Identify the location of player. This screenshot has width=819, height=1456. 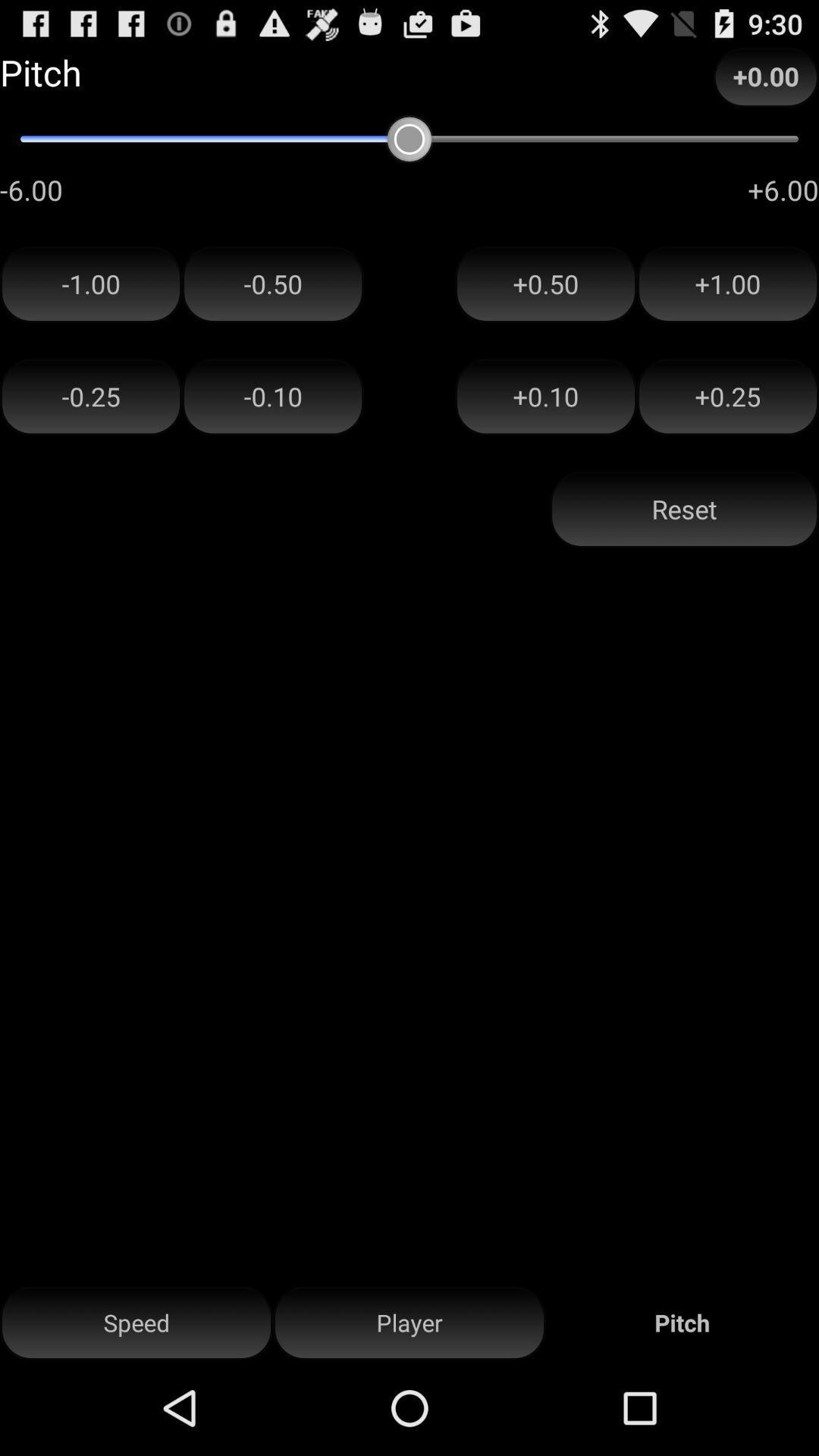
(409, 1323).